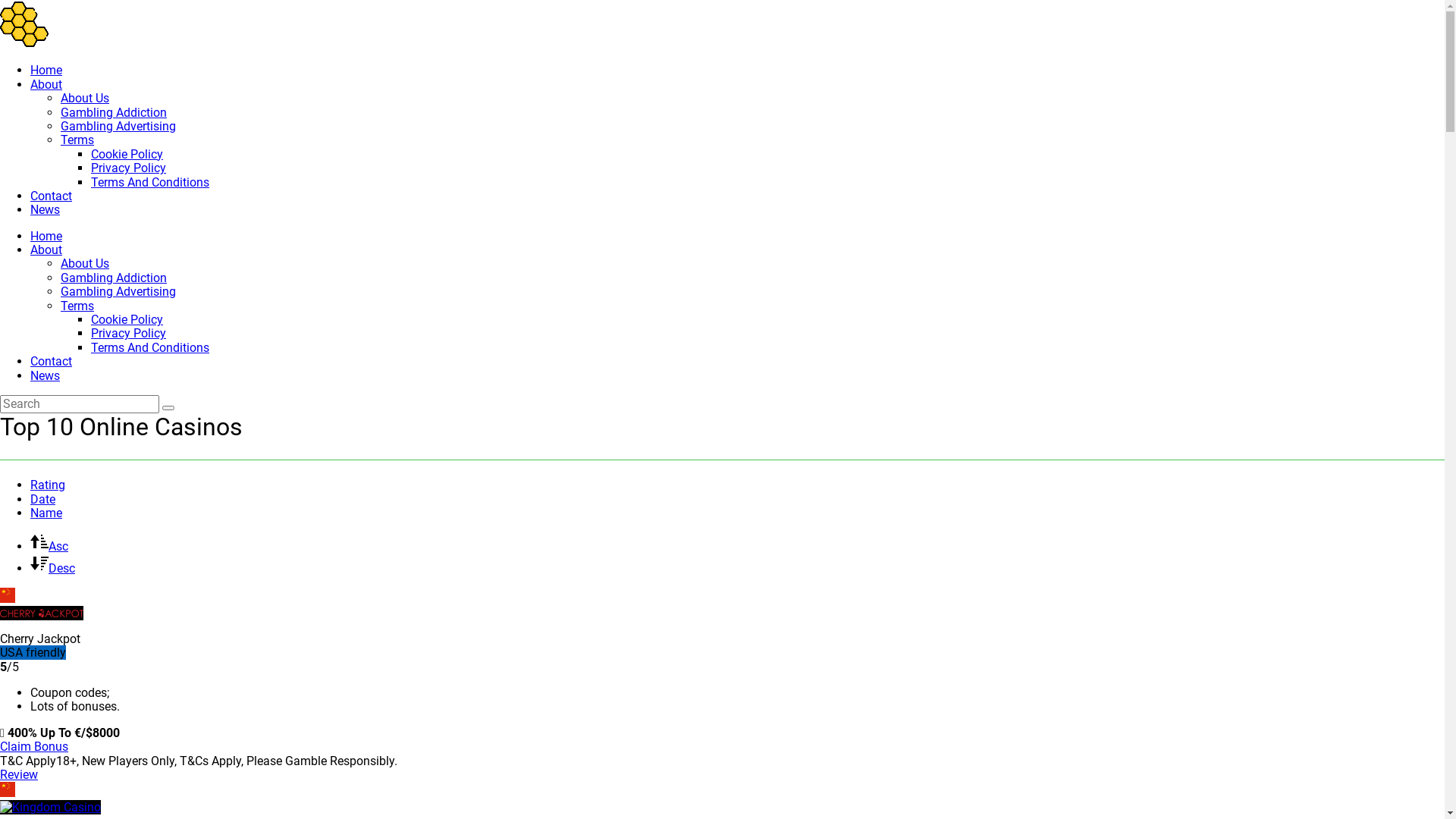  I want to click on 'Desc', so click(52, 568).